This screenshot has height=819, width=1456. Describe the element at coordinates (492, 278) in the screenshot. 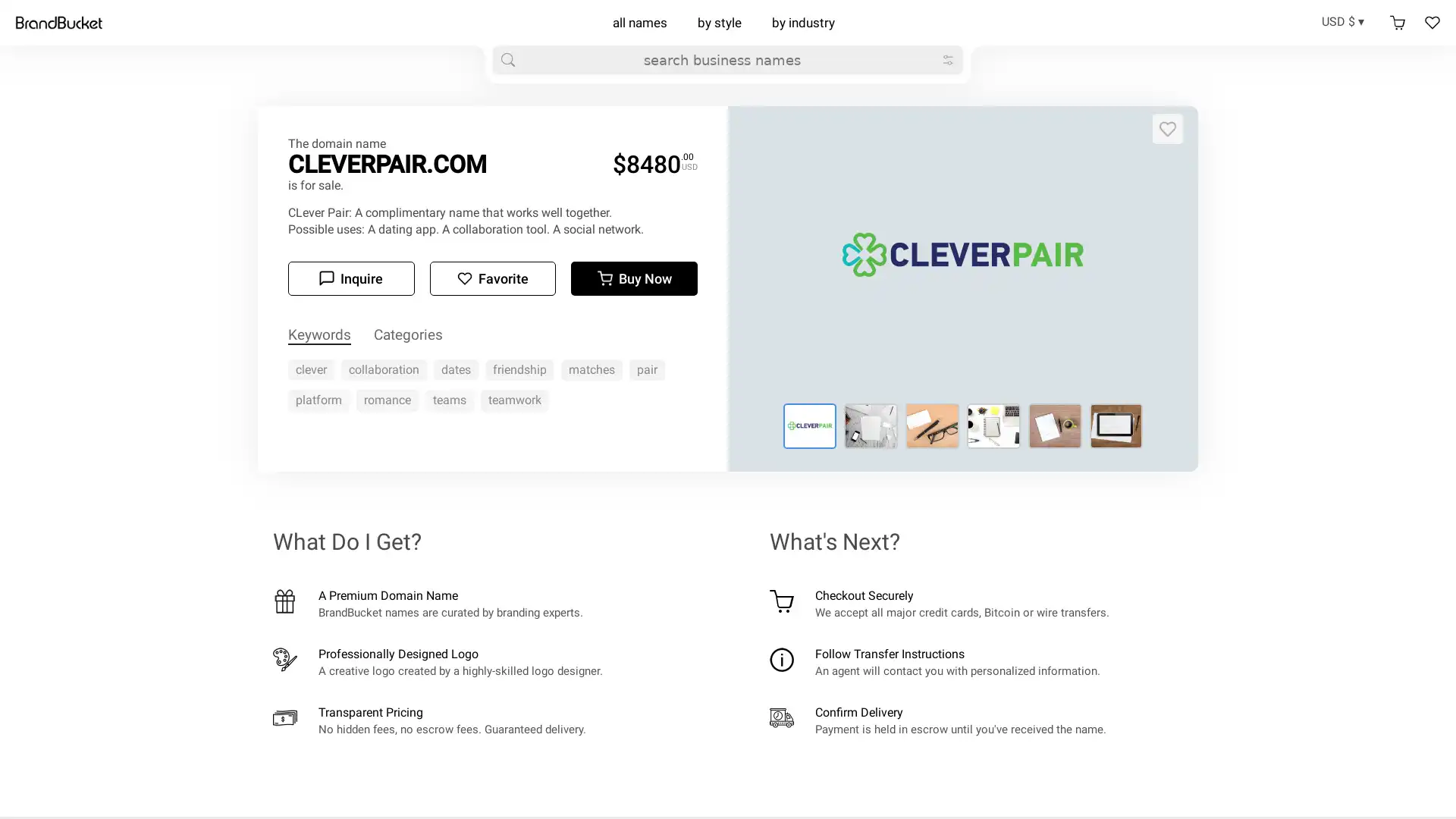

I see `Add to favorites Favorite` at that location.